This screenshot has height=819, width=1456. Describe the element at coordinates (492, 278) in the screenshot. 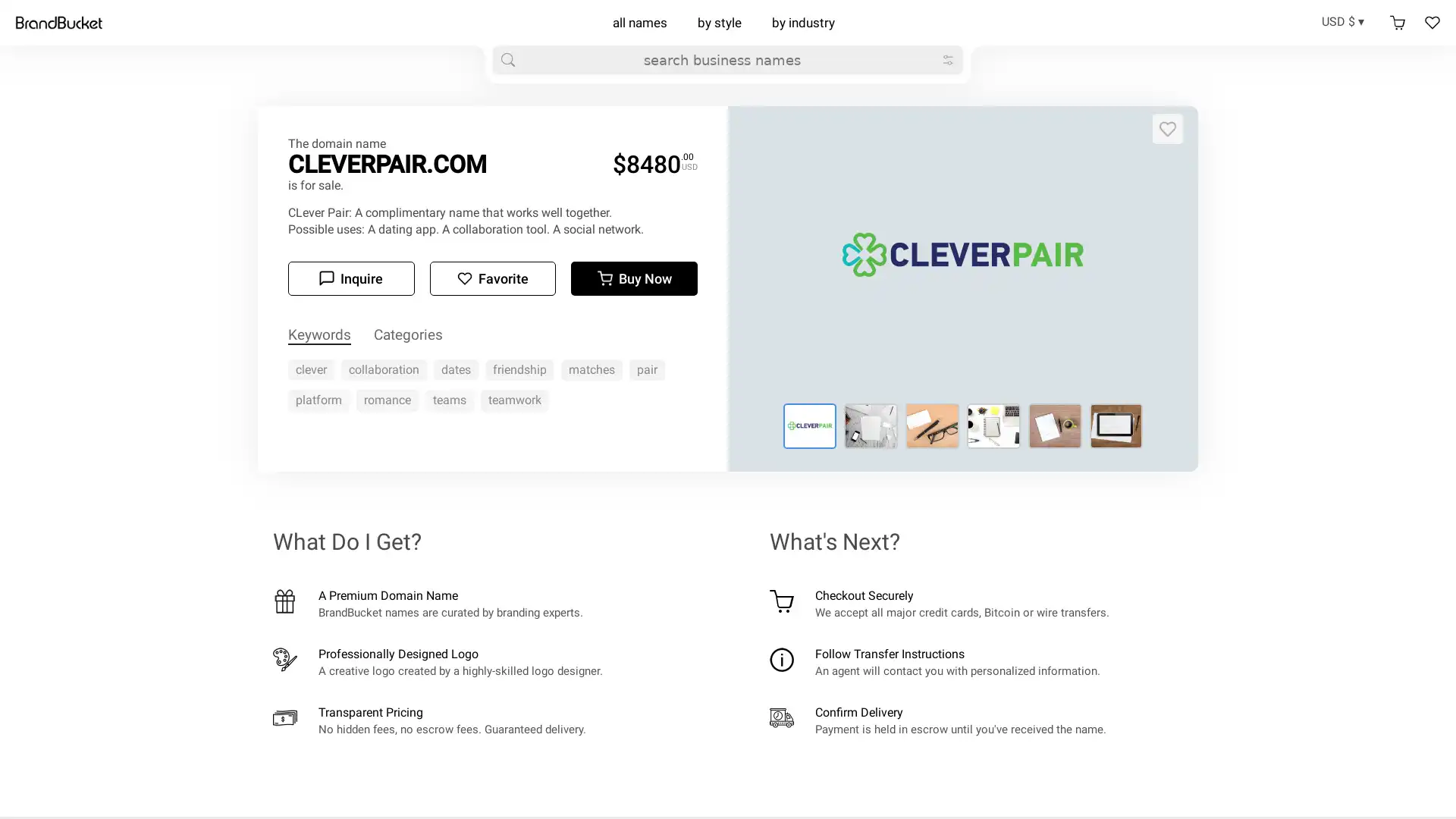

I see `Add to favorites Favorite` at that location.